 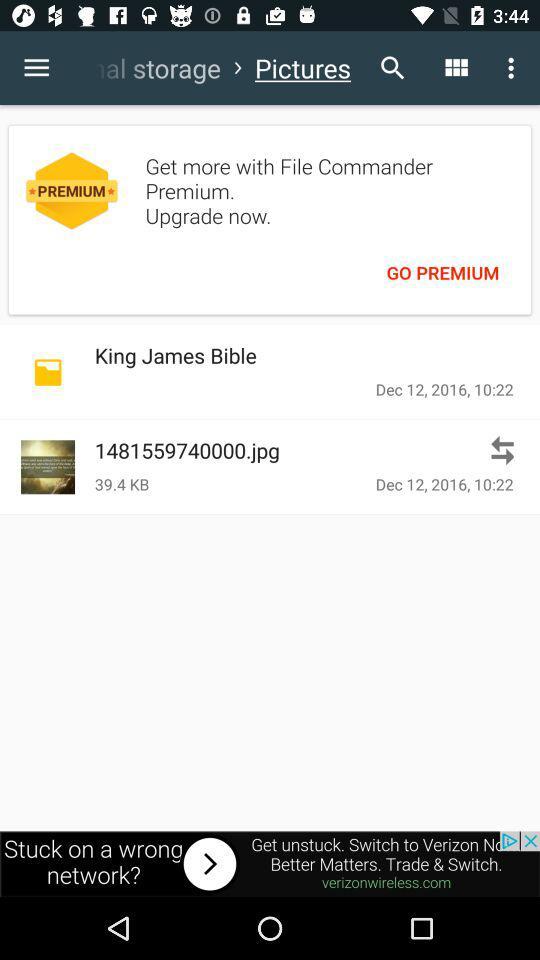 I want to click on navigate to advertisement, so click(x=270, y=863).